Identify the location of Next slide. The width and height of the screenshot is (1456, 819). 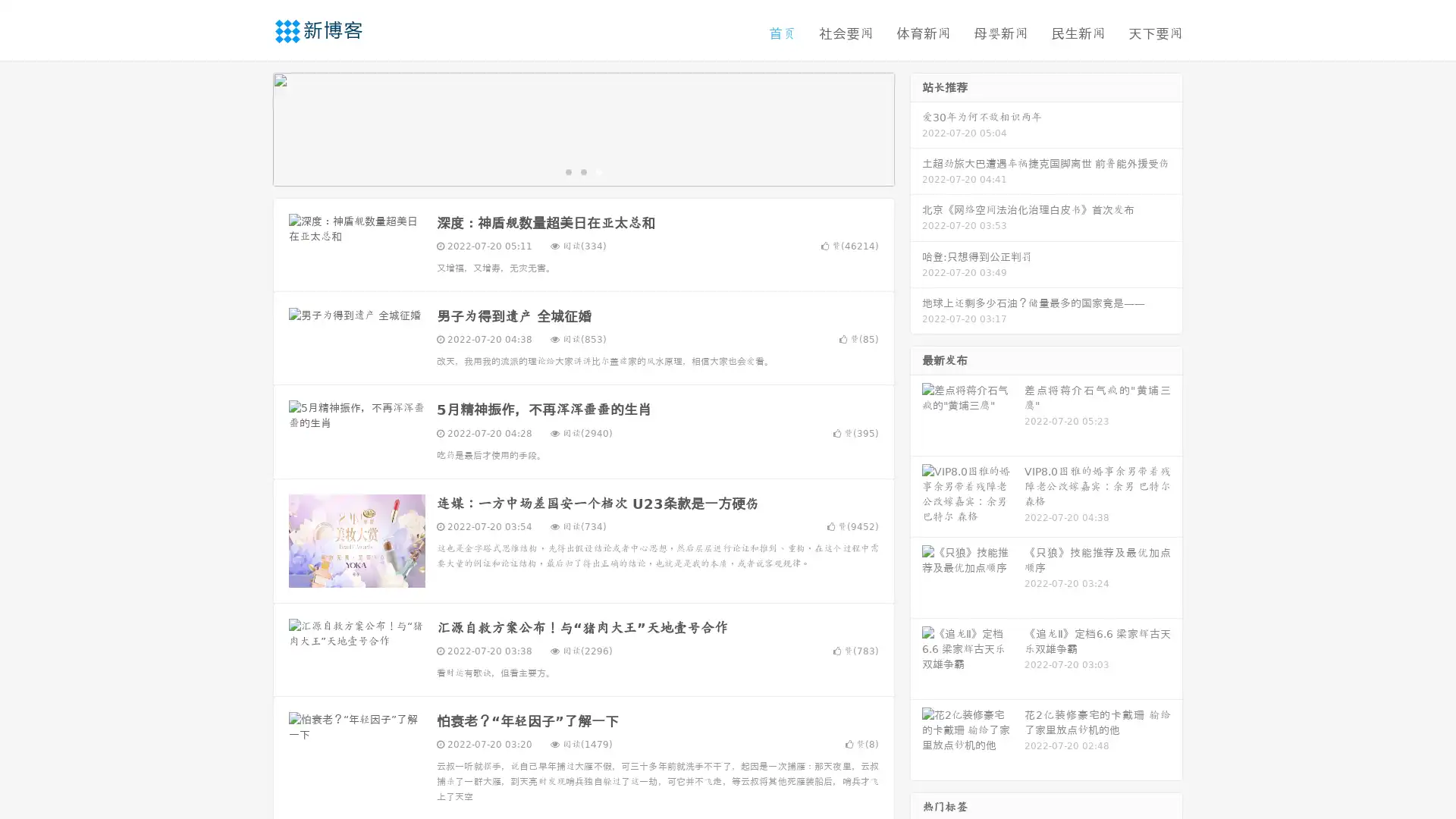
(916, 127).